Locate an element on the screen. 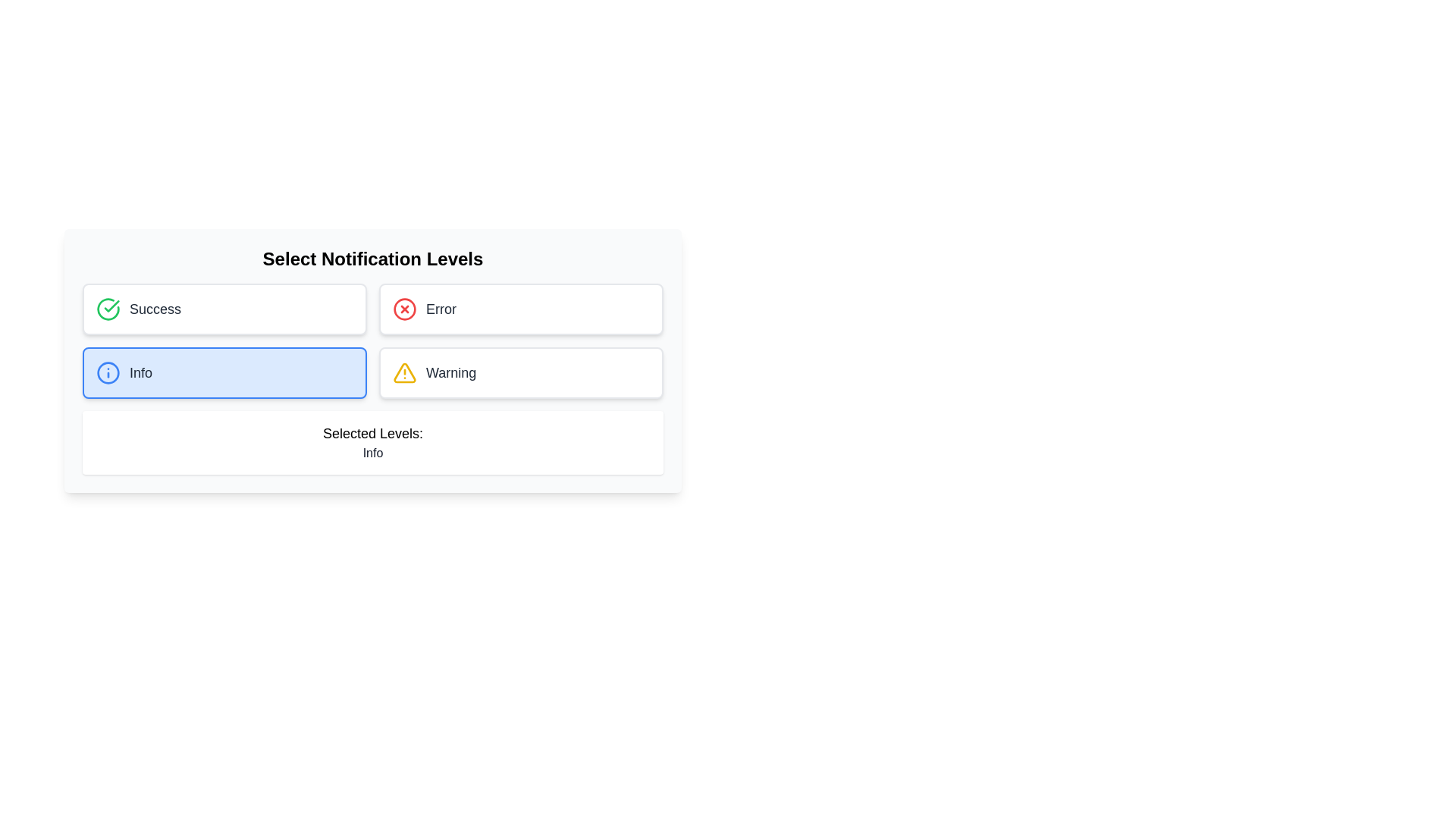 Image resolution: width=1456 pixels, height=819 pixels. the Info notification button is located at coordinates (224, 373).